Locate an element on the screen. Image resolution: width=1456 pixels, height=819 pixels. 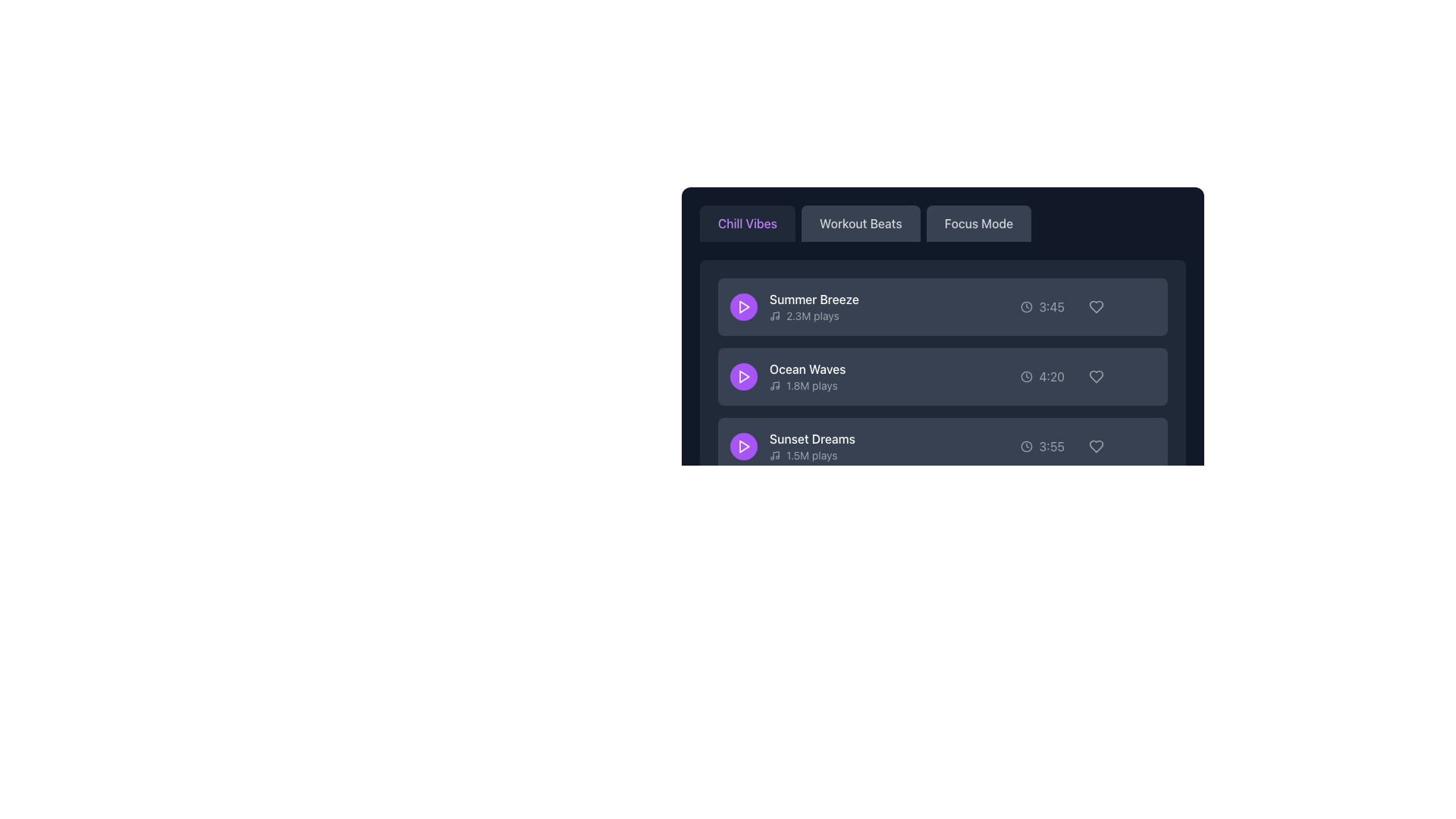
the heart-shaped outline icon located to the right of the timestamp '3:45' in the card for the music track 'Summer Breeze' is located at coordinates (1096, 307).